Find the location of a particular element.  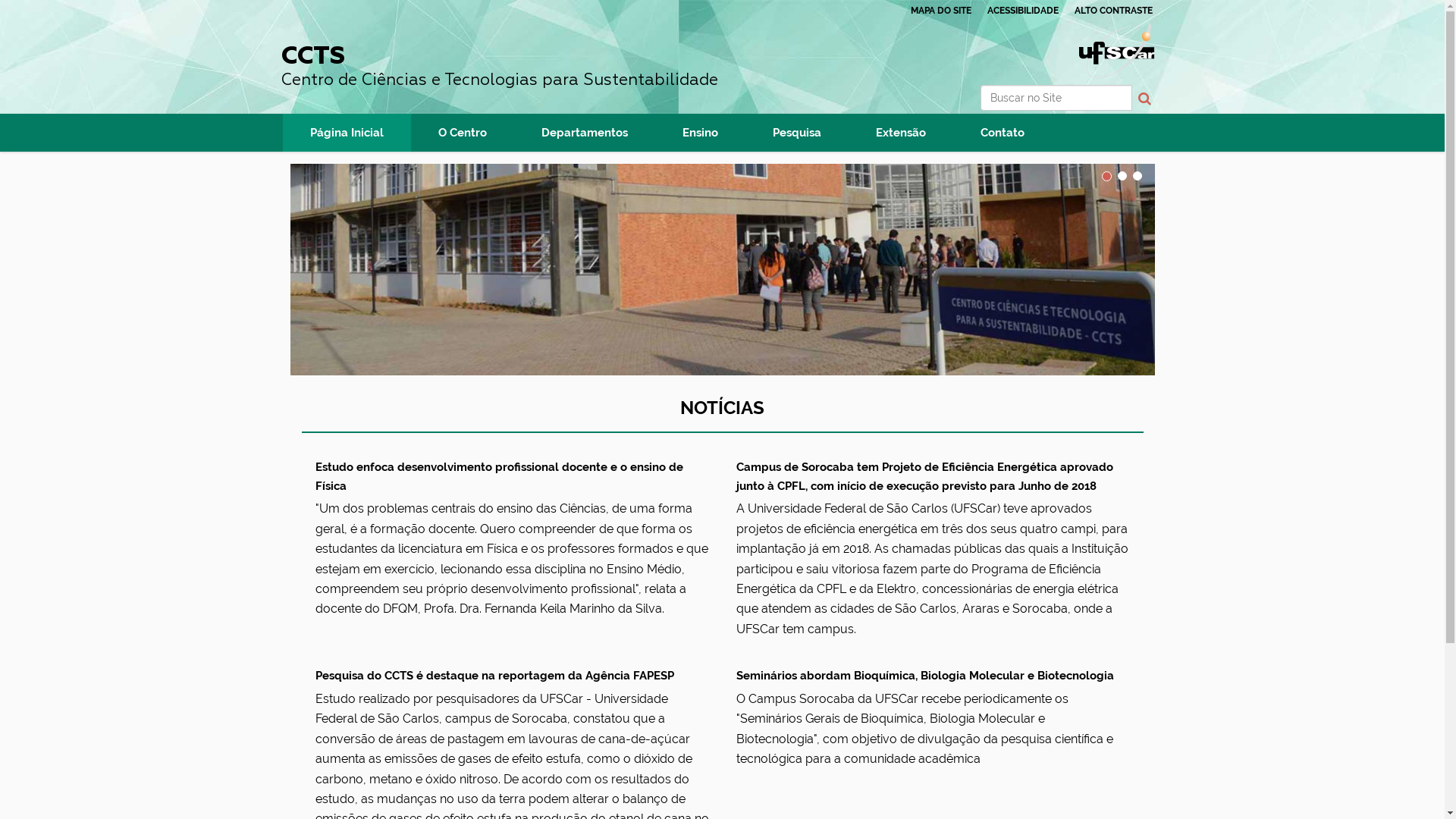

'Buscar no Site' is located at coordinates (1055, 97).